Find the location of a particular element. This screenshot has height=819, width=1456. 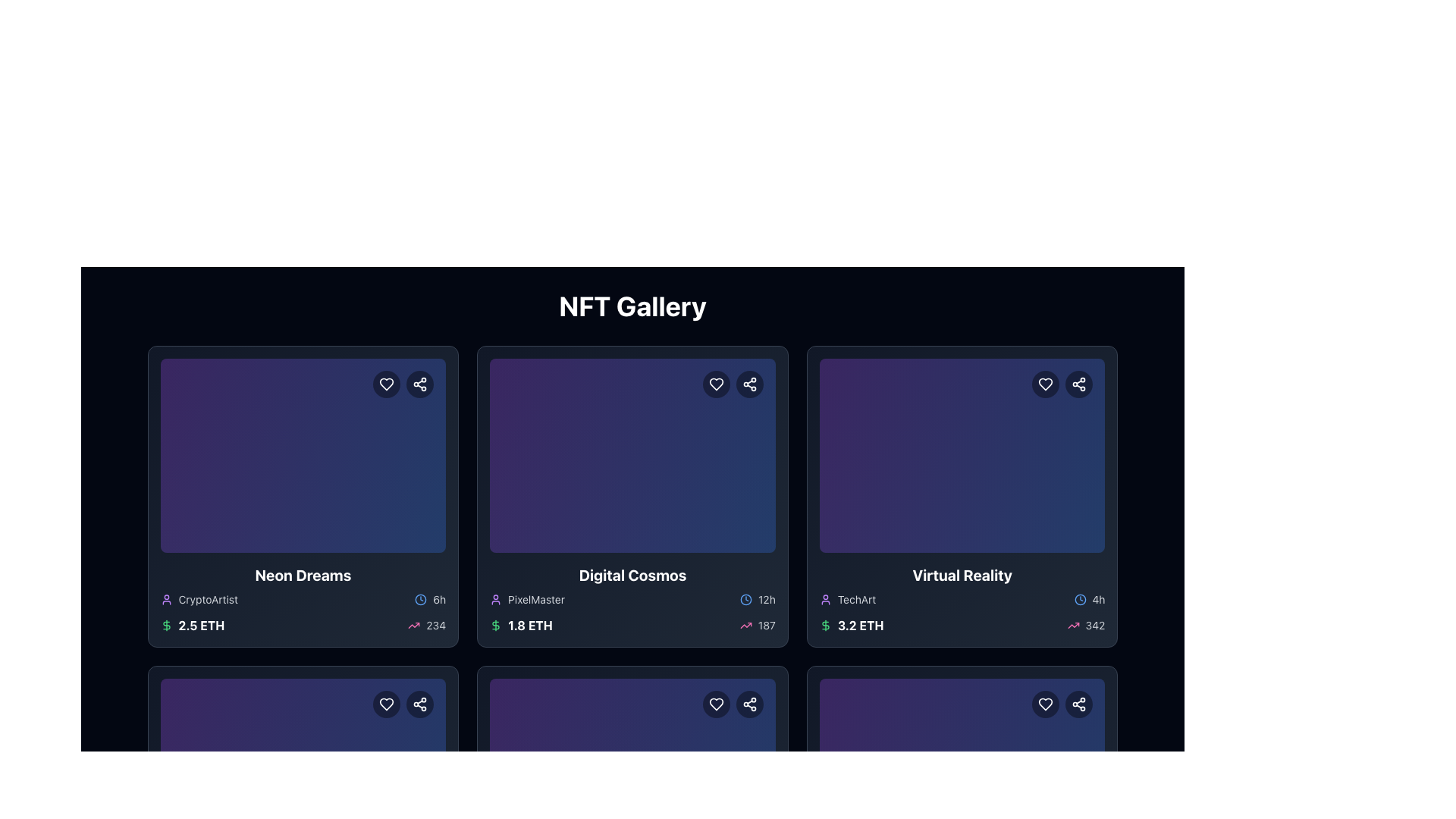

the text label that identifies the associated NFT or entity, located in the middle column of the NFT gallery grid, underneath the image and above the text 'PixelMaster' and '1.8 ETH' is located at coordinates (632, 576).